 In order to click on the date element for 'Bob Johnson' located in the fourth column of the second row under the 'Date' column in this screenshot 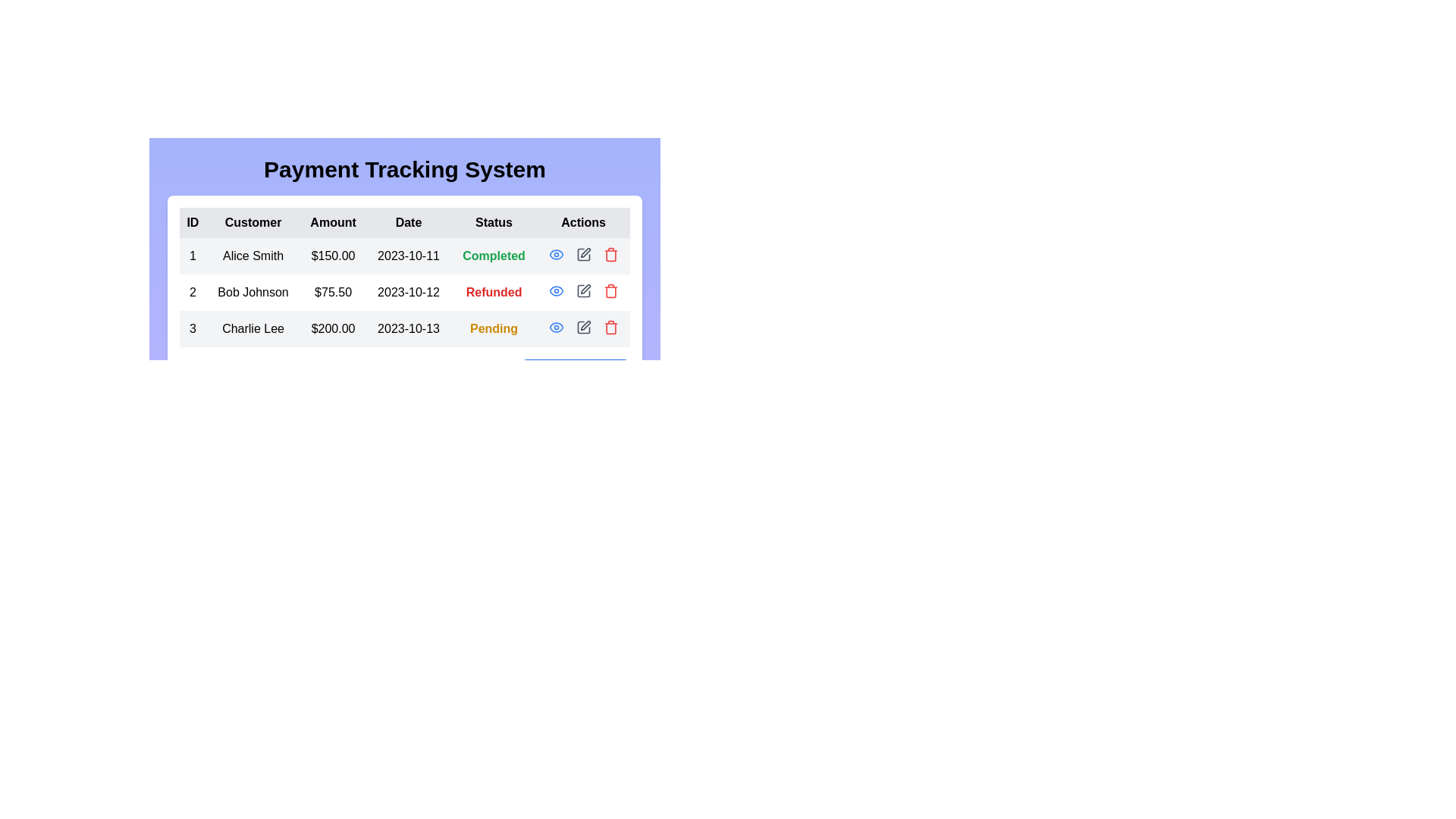, I will do `click(408, 292)`.